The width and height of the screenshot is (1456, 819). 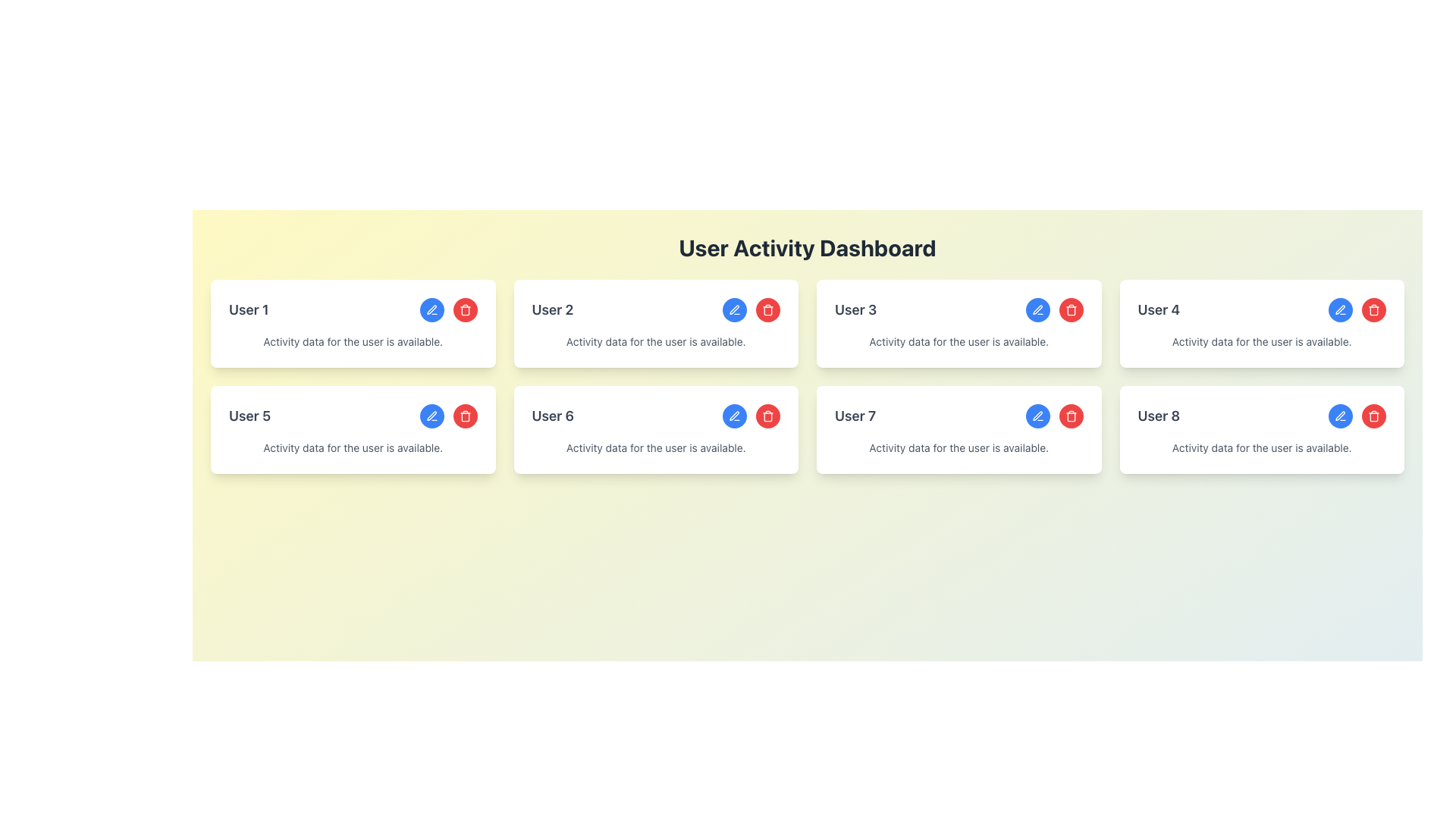 I want to click on the card element that displays 'User 3' and contains edit and delete icons, positioned in the third column of the top row of a grid layout, so click(x=958, y=323).